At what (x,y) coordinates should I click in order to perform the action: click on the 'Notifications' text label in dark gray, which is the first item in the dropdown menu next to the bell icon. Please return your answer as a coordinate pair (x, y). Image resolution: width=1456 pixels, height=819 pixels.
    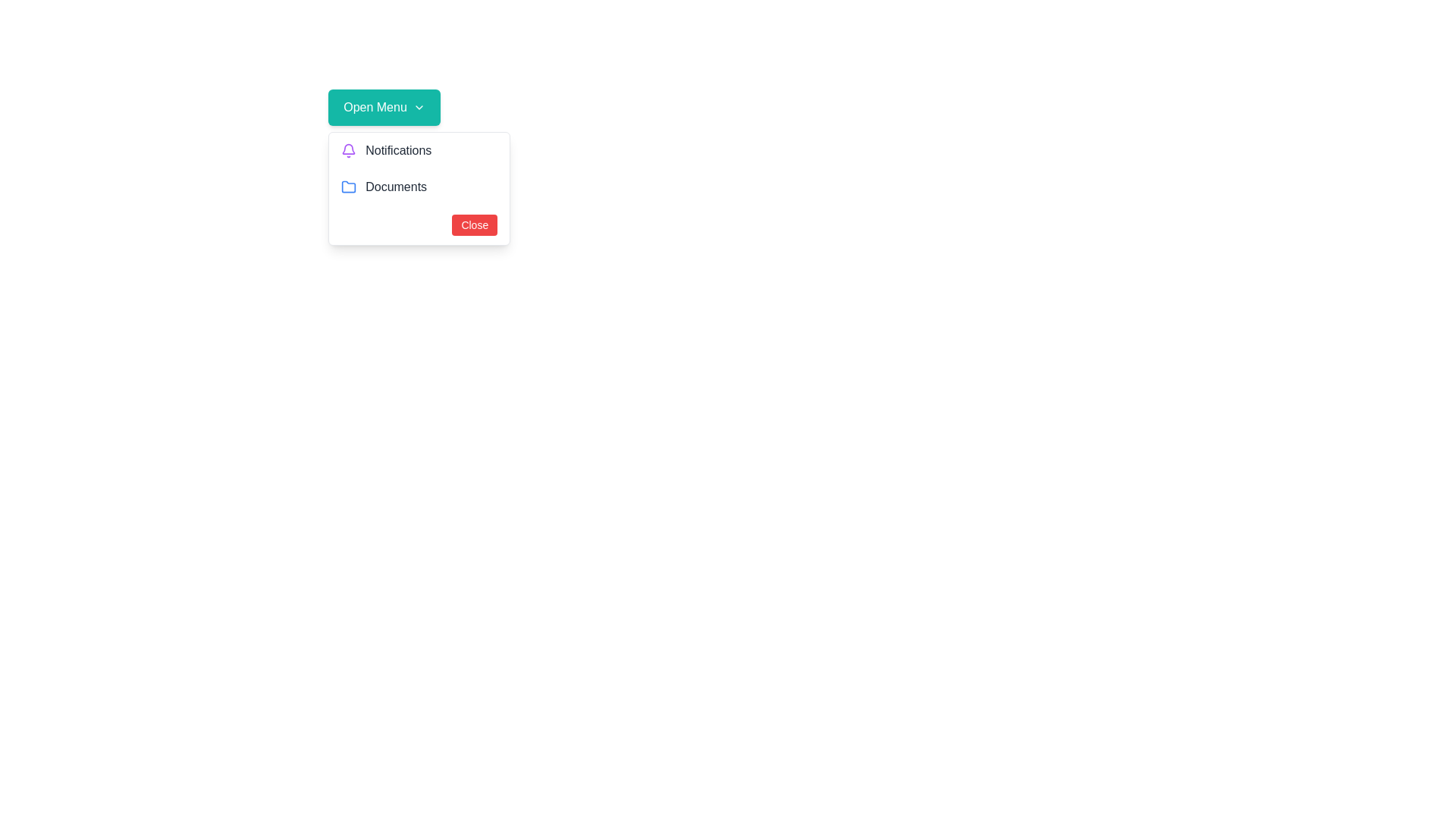
    Looking at the image, I should click on (398, 151).